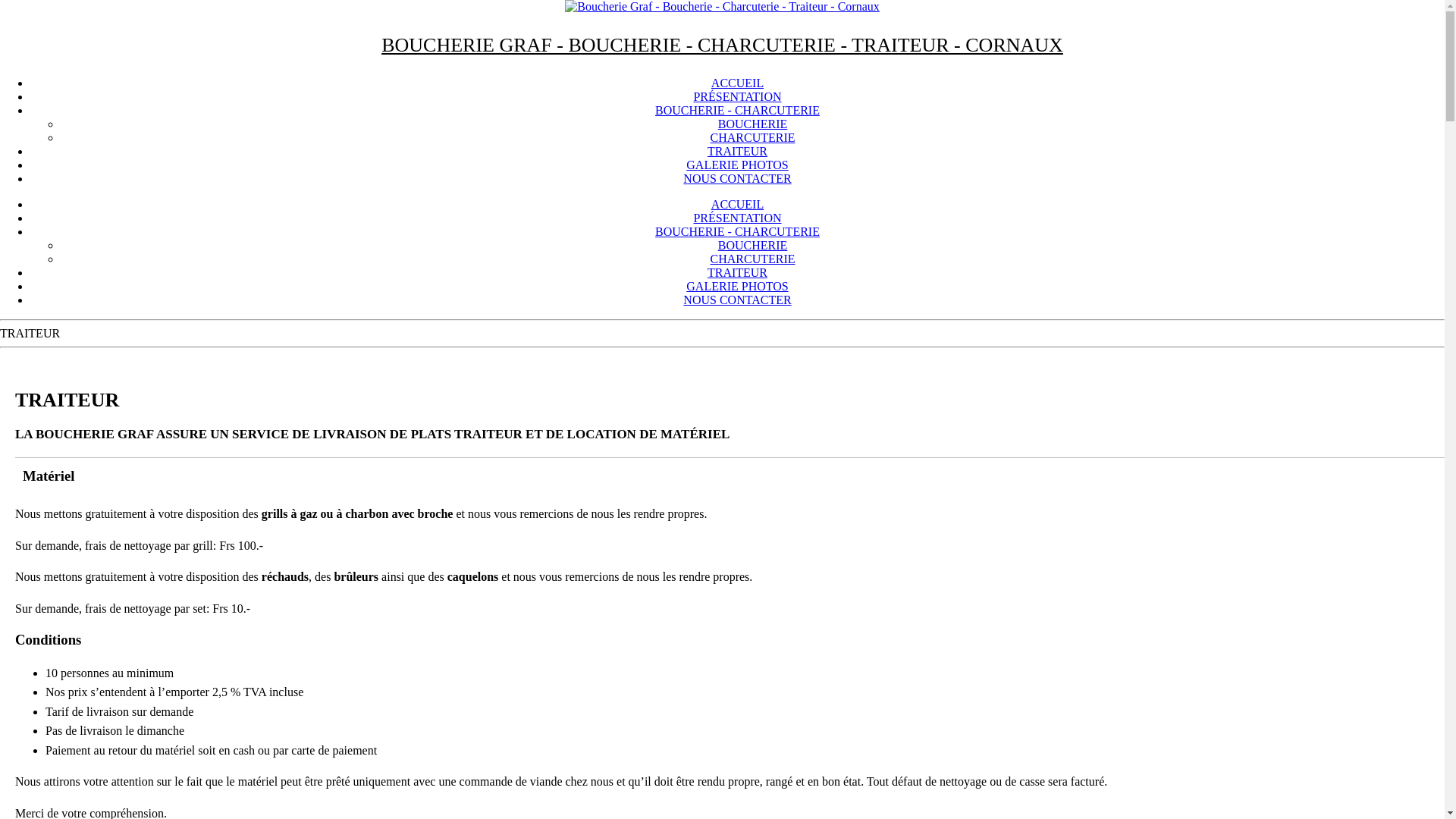 The height and width of the screenshot is (819, 1456). What do you see at coordinates (753, 244) in the screenshot?
I see `'BOUCHERIE'` at bounding box center [753, 244].